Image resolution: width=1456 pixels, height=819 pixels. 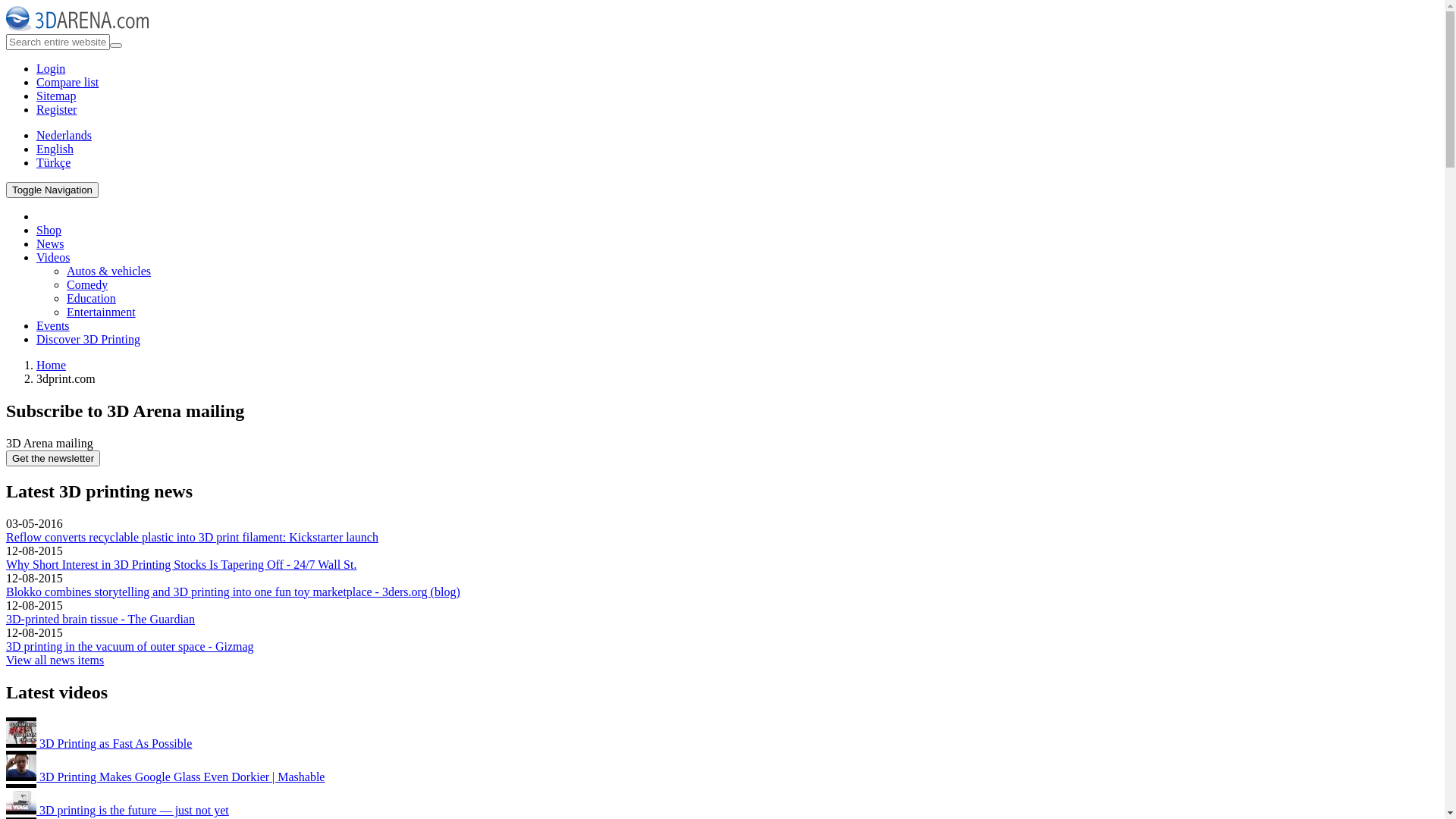 What do you see at coordinates (51, 365) in the screenshot?
I see `'Home'` at bounding box center [51, 365].